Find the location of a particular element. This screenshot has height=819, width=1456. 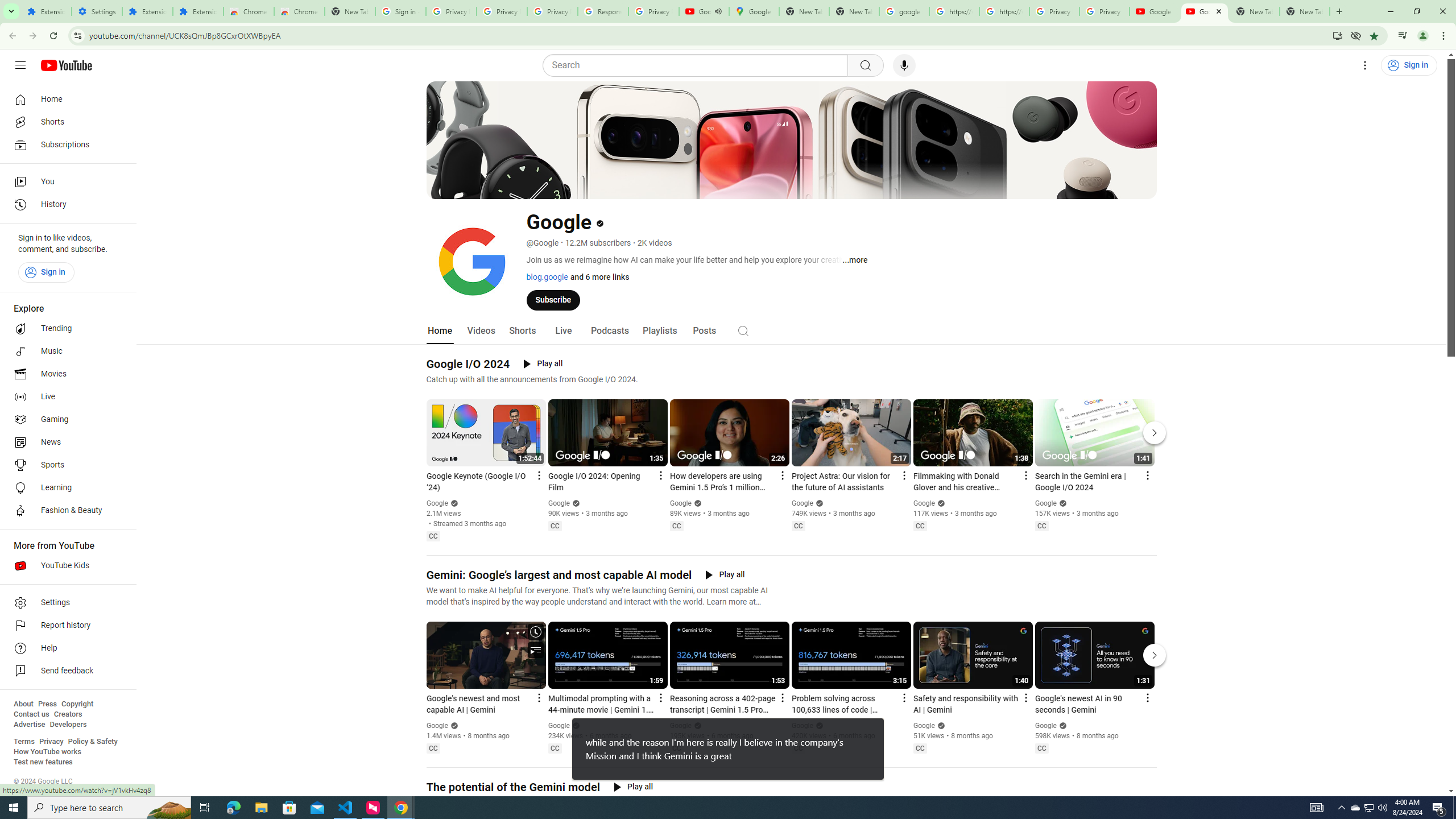

'Press' is located at coordinates (47, 704).